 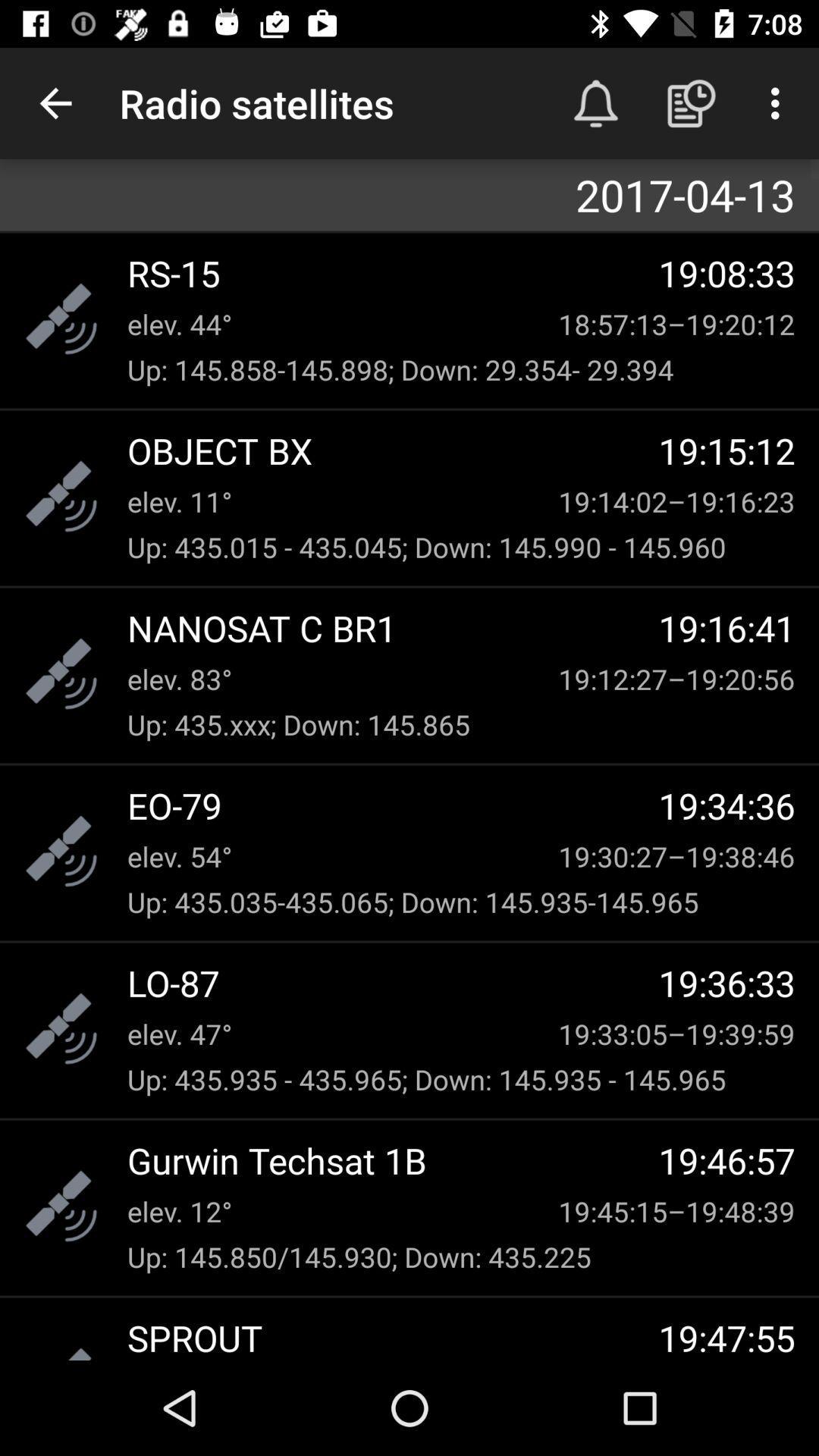 What do you see at coordinates (392, 1159) in the screenshot?
I see `the gurwin techsat 1b` at bounding box center [392, 1159].